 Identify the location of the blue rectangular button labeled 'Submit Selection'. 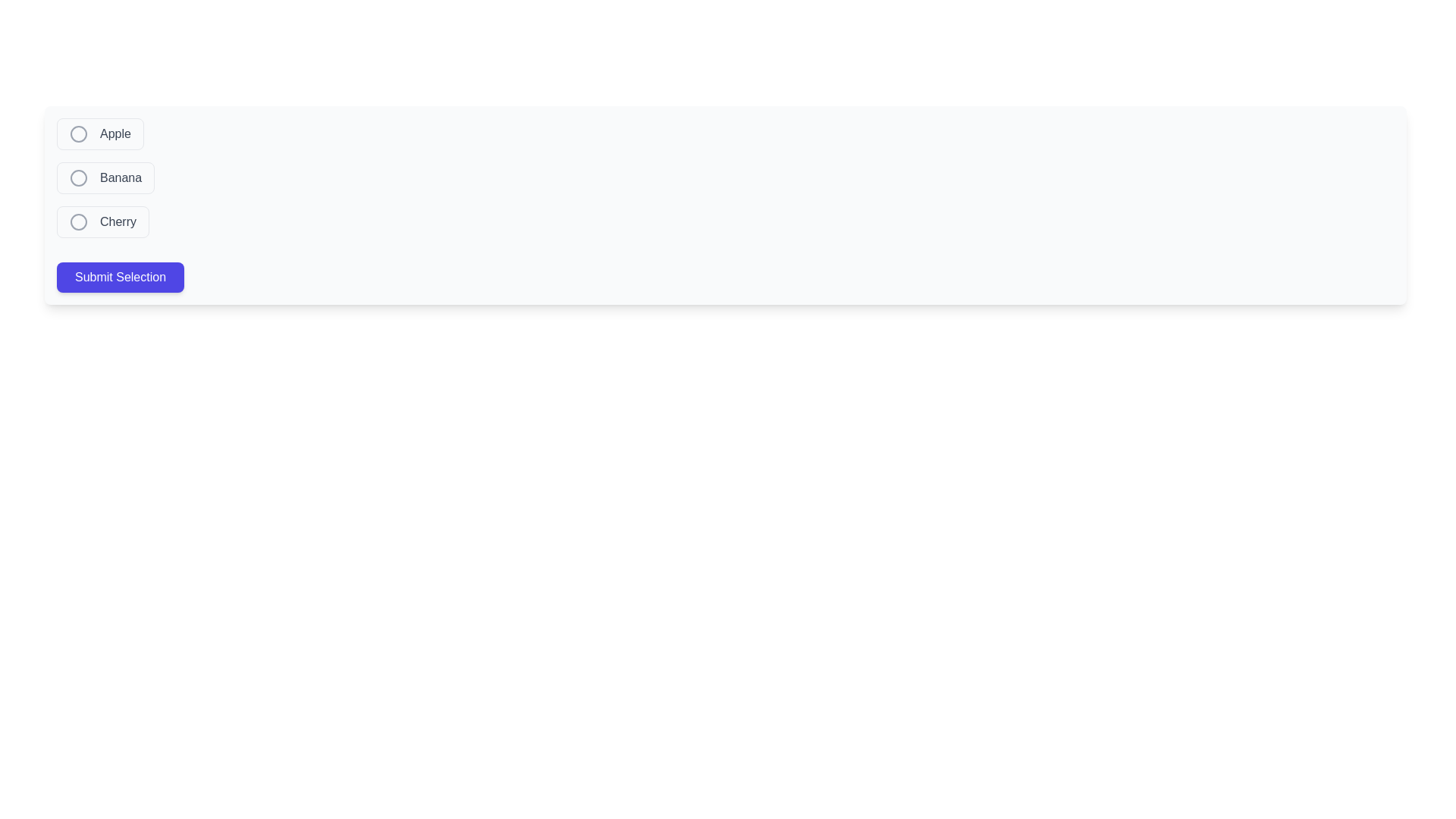
(119, 271).